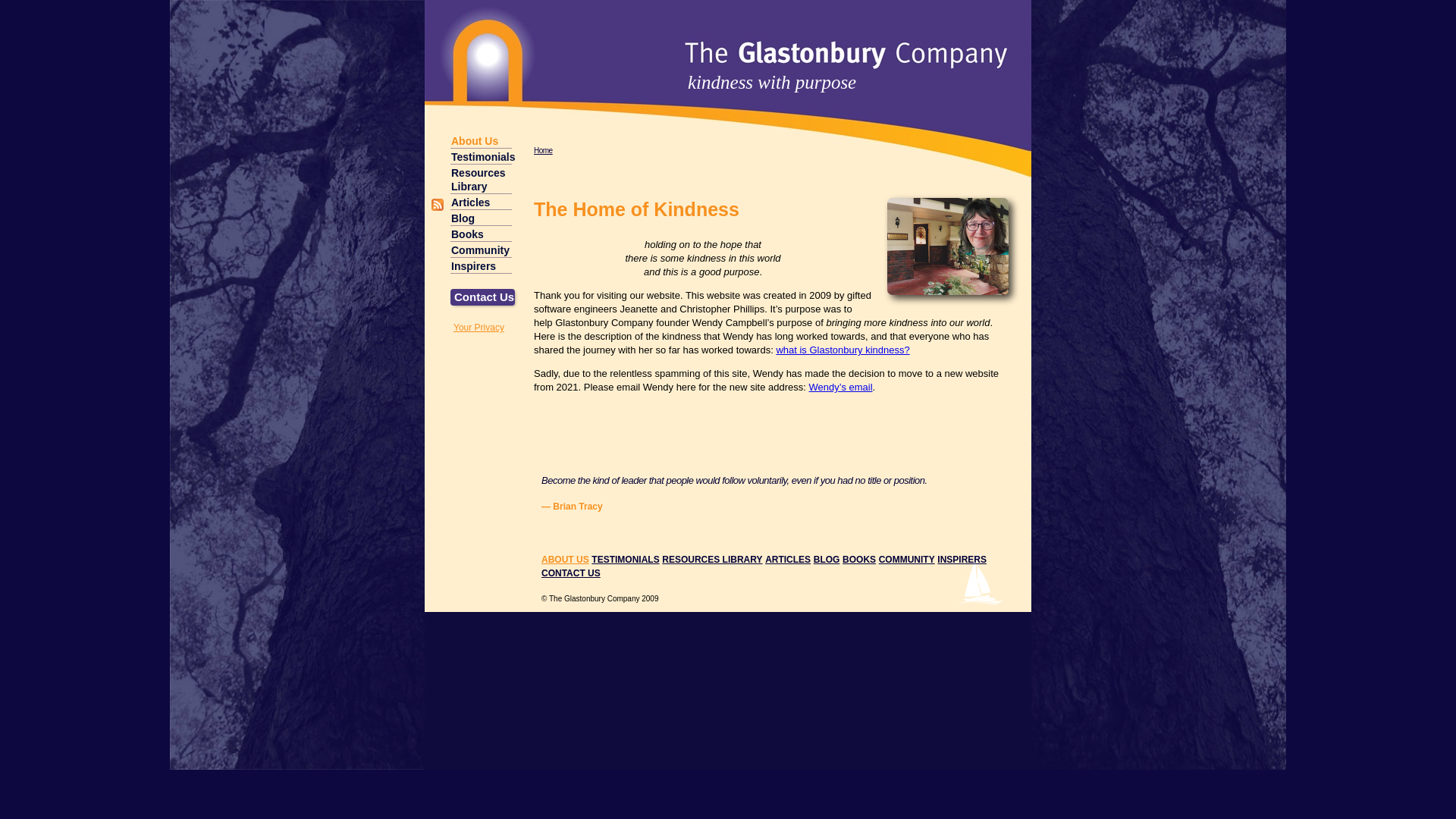 The height and width of the screenshot is (819, 1456). I want to click on 'INSPIRERS', so click(961, 559).